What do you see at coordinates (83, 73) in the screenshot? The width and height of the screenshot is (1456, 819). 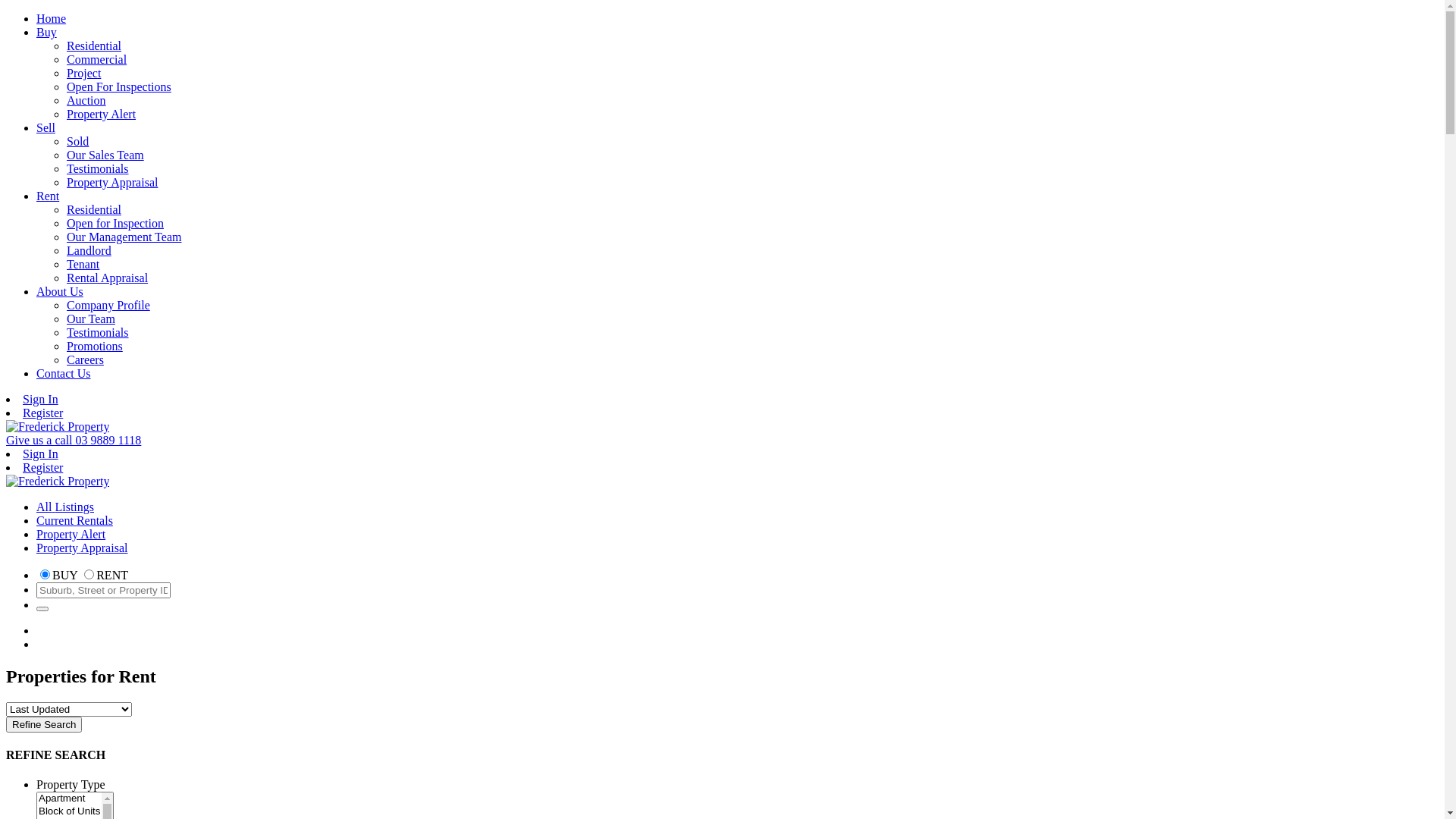 I see `'Project'` at bounding box center [83, 73].